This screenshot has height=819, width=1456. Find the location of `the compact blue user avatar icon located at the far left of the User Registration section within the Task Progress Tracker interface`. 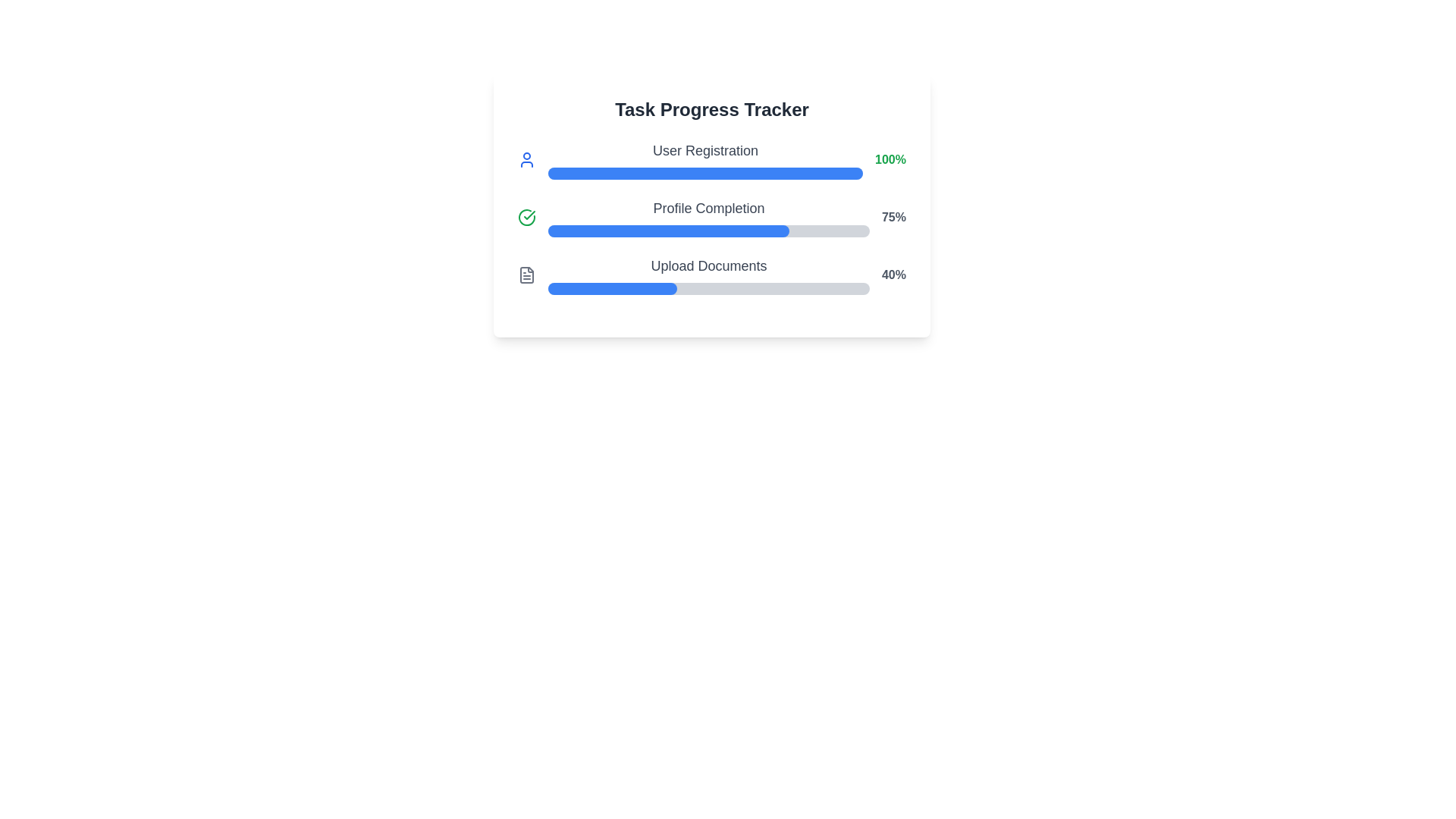

the compact blue user avatar icon located at the far left of the User Registration section within the Task Progress Tracker interface is located at coordinates (527, 160).